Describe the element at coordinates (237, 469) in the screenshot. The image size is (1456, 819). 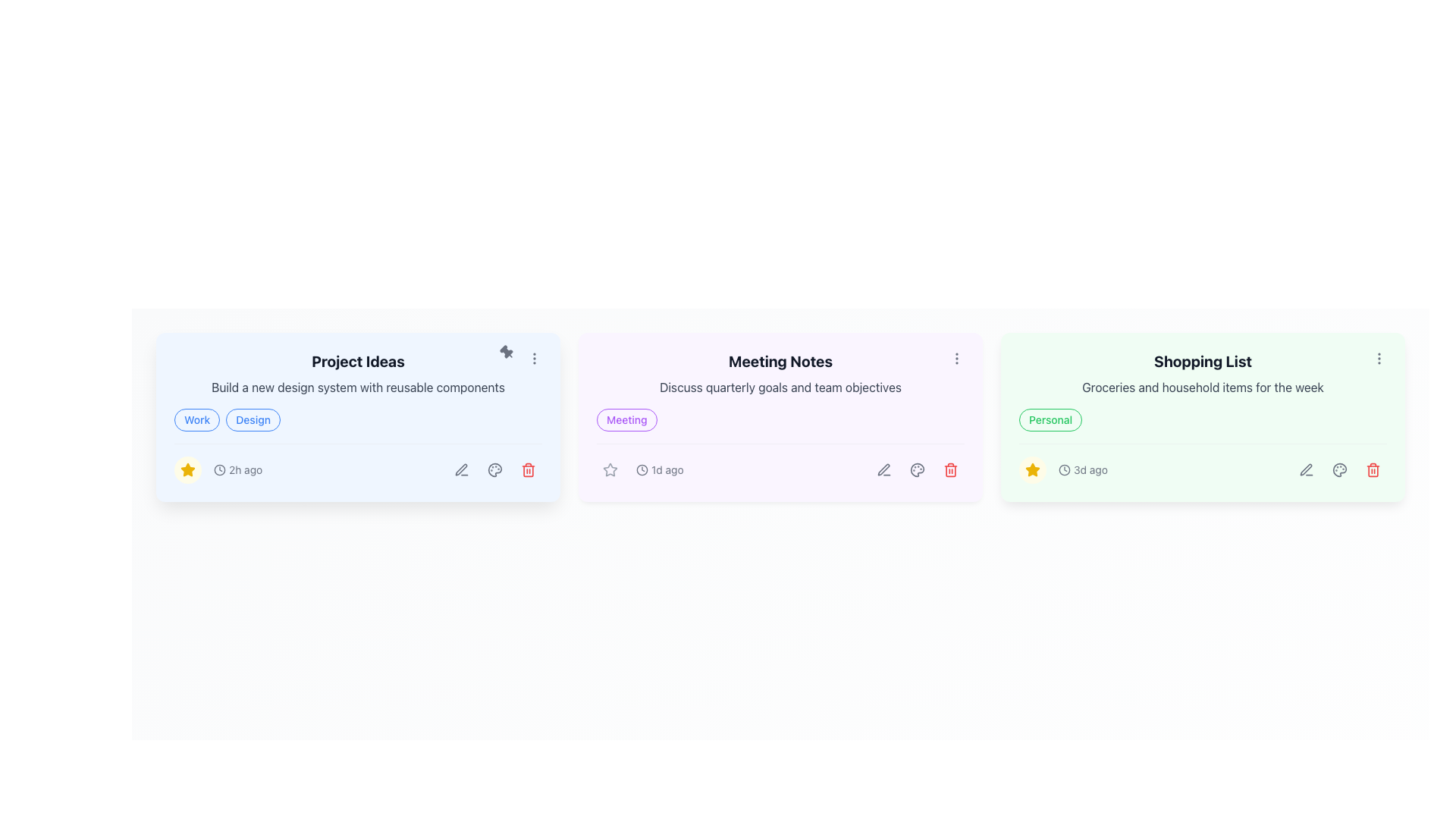
I see `the time indicator text reading '2h ago' accompanied by a clock icon, located at the bottom left section of the 'Project Ideas' card` at that location.